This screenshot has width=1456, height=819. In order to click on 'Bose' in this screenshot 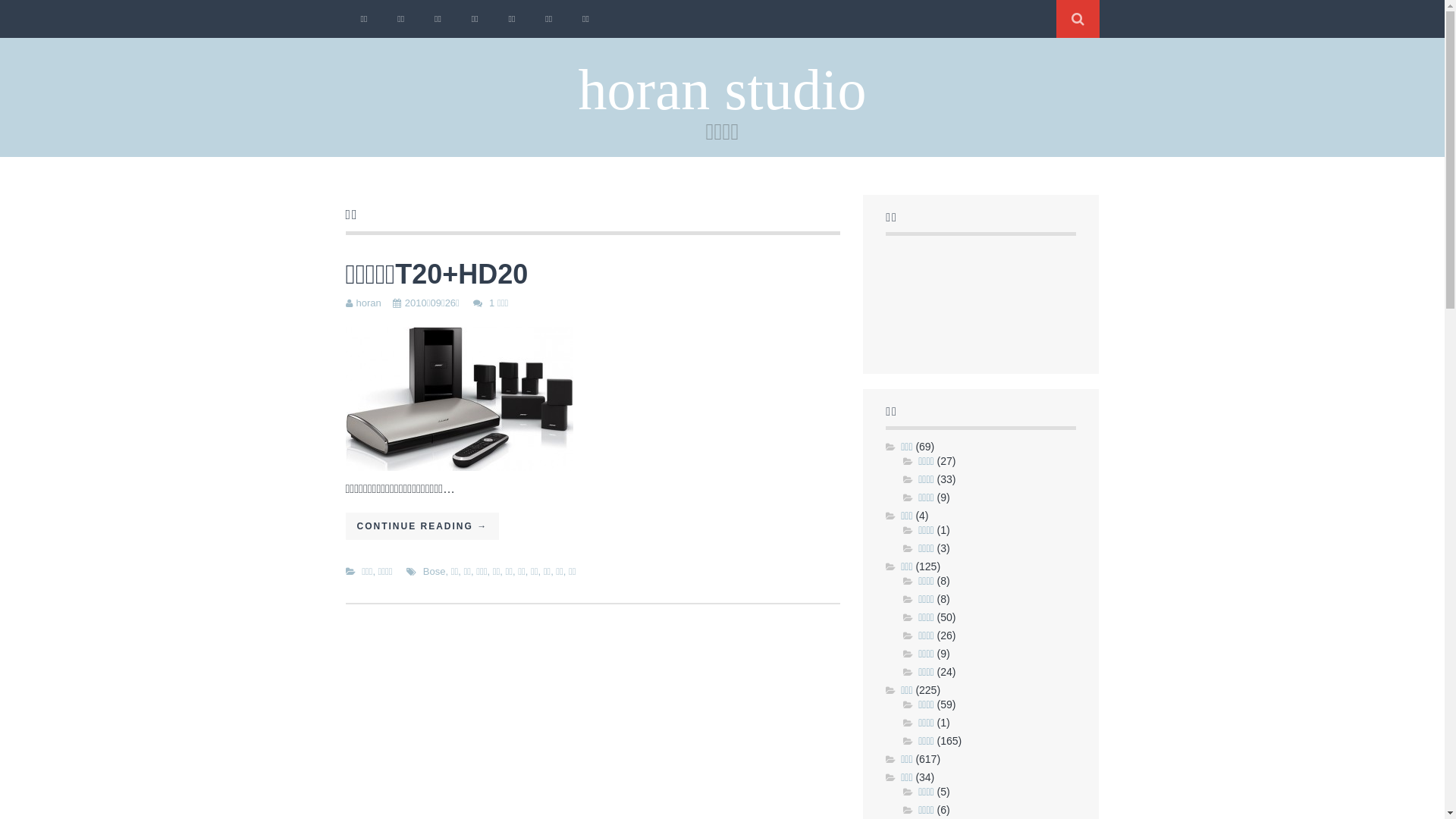, I will do `click(433, 571)`.